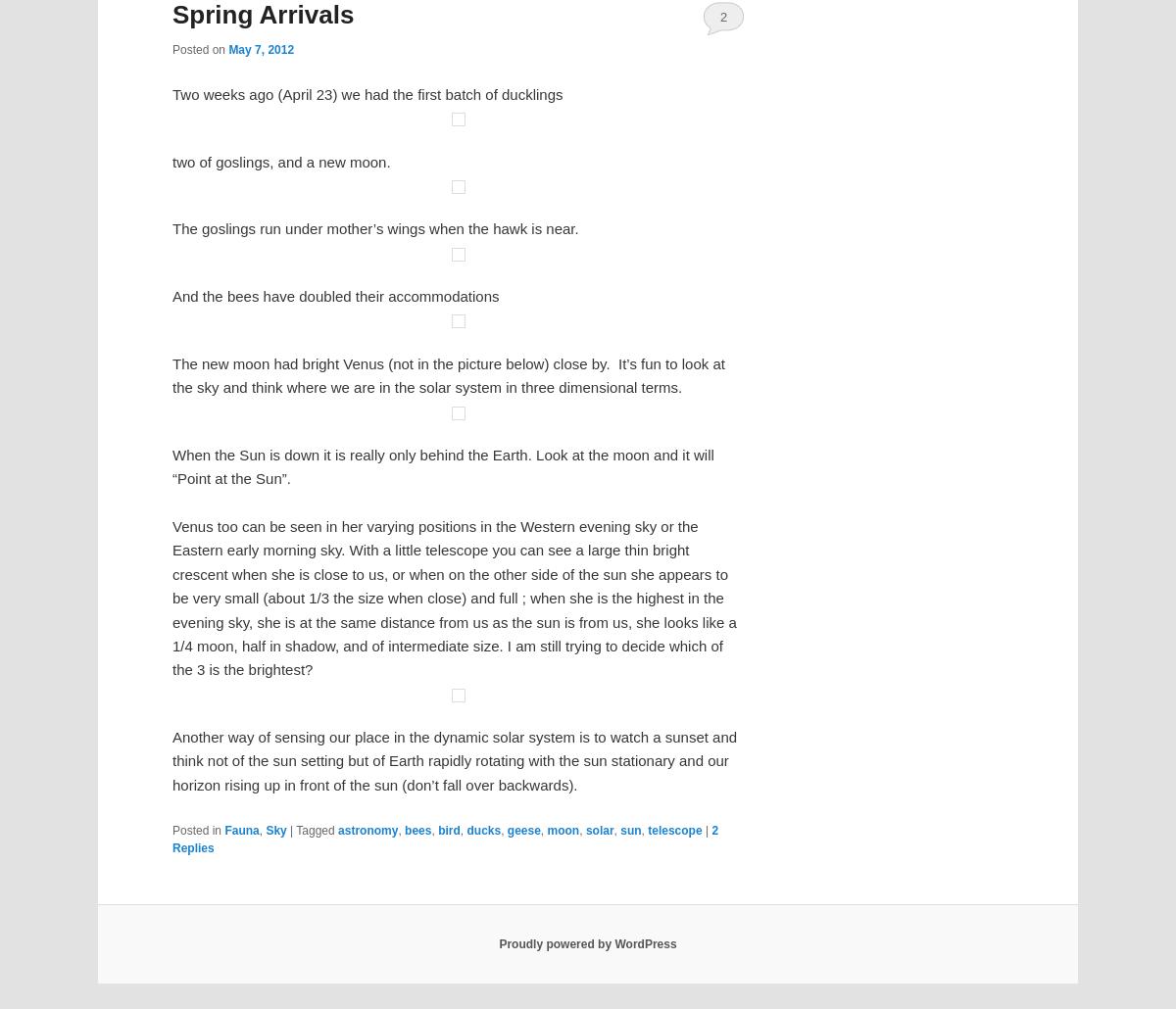 Image resolution: width=1176 pixels, height=1009 pixels. What do you see at coordinates (438, 658) in the screenshot?
I see `'bees'` at bounding box center [438, 658].